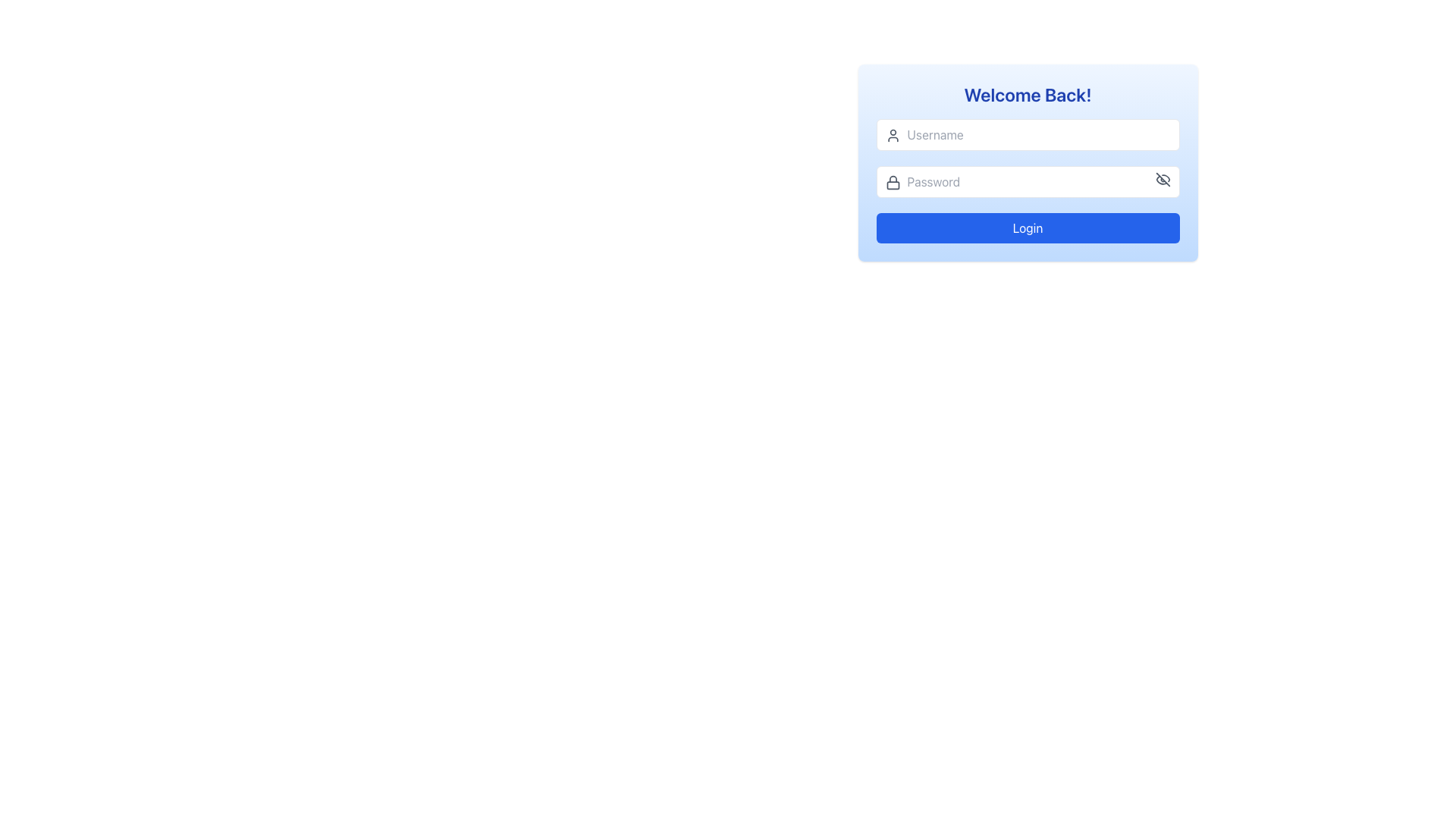 This screenshot has height=819, width=1456. What do you see at coordinates (1162, 178) in the screenshot?
I see `the eye icon with a line crossing it` at bounding box center [1162, 178].